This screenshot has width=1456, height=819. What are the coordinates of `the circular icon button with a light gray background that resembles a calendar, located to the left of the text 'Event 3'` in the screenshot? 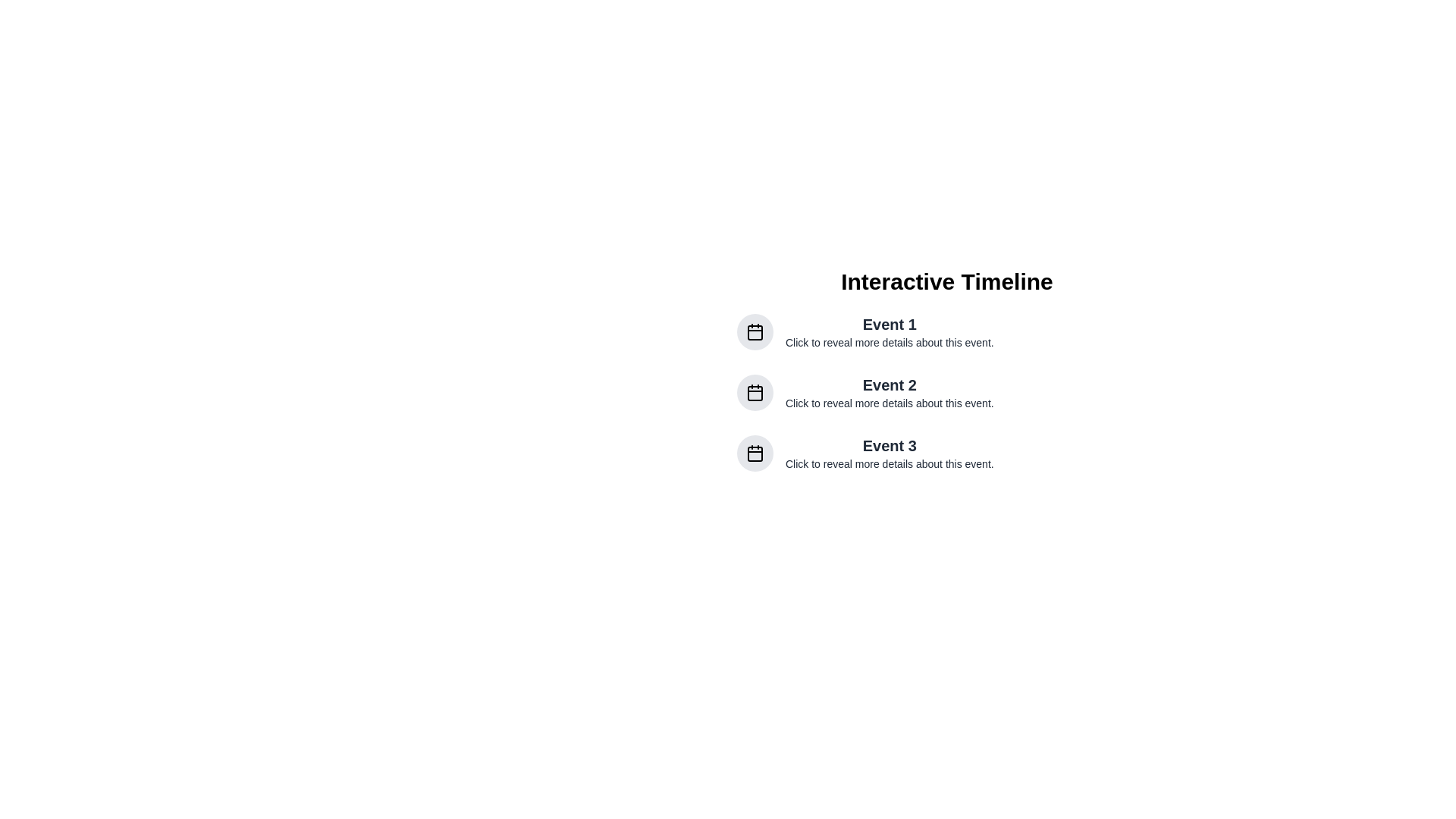 It's located at (755, 452).